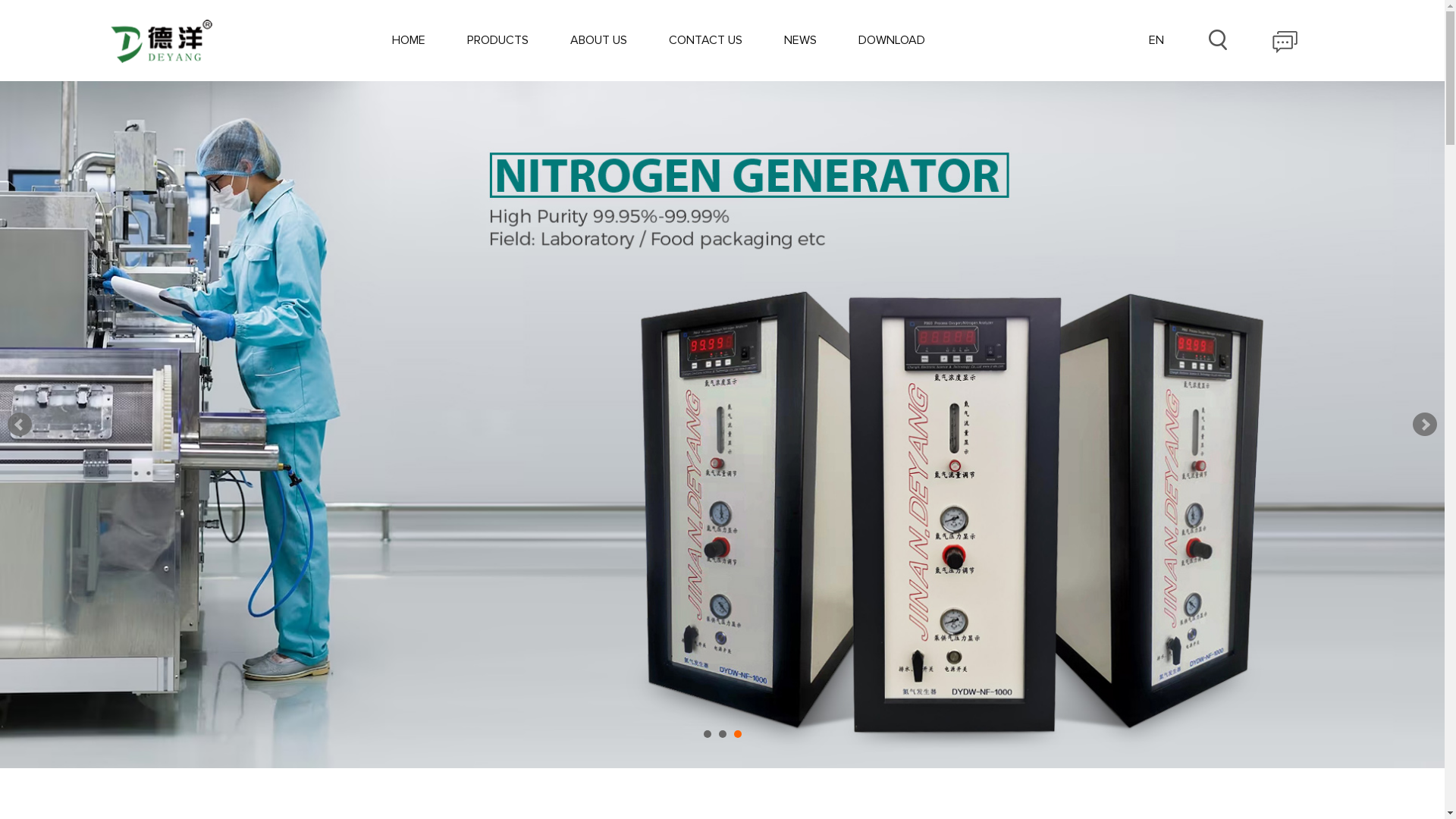  I want to click on 'CONTACT US', so click(704, 39).